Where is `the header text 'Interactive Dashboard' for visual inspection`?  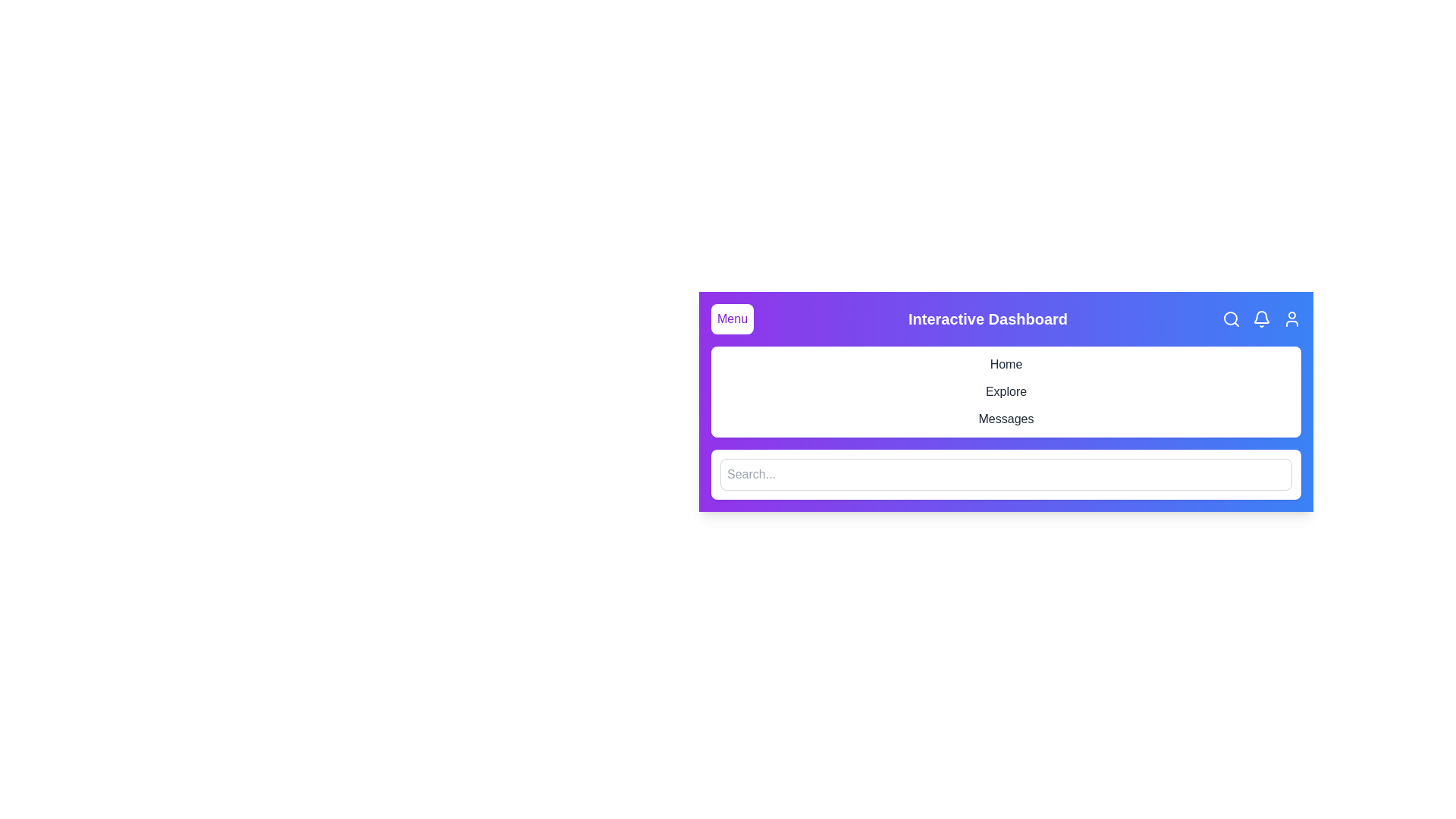 the header text 'Interactive Dashboard' for visual inspection is located at coordinates (987, 318).